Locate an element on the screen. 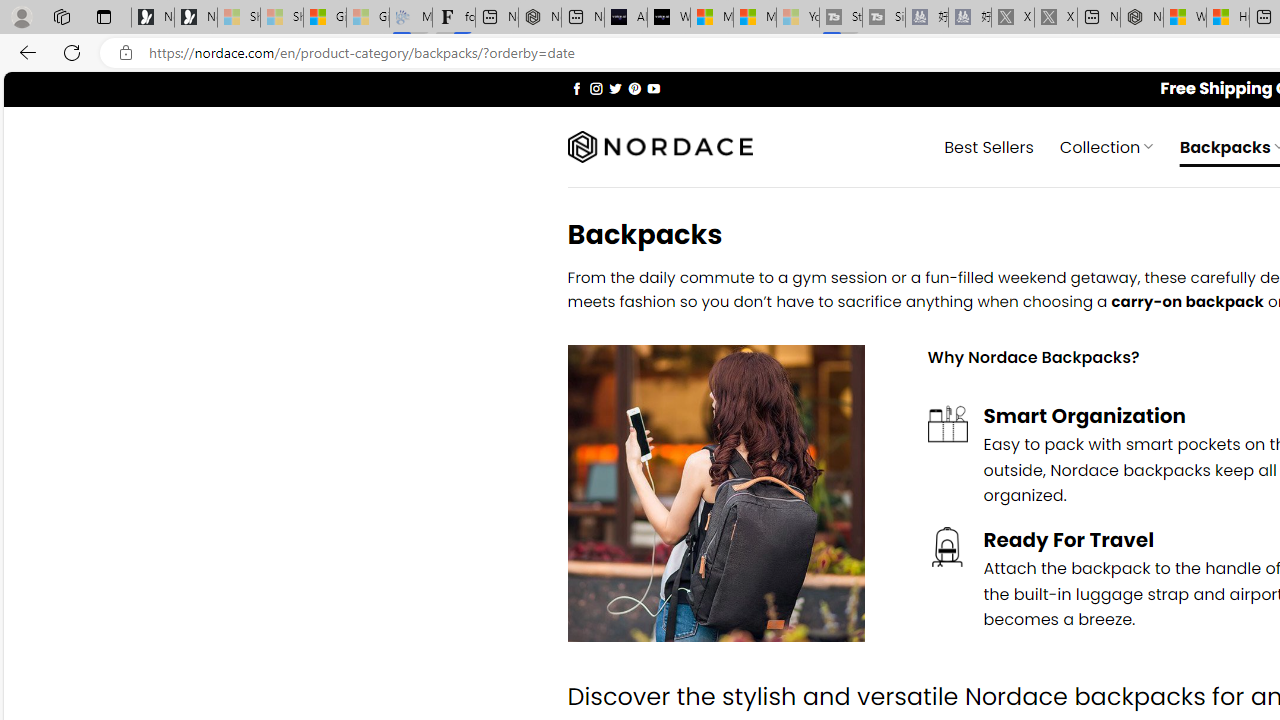 The height and width of the screenshot is (720, 1280). 'Follow on Twitter' is located at coordinates (614, 87).